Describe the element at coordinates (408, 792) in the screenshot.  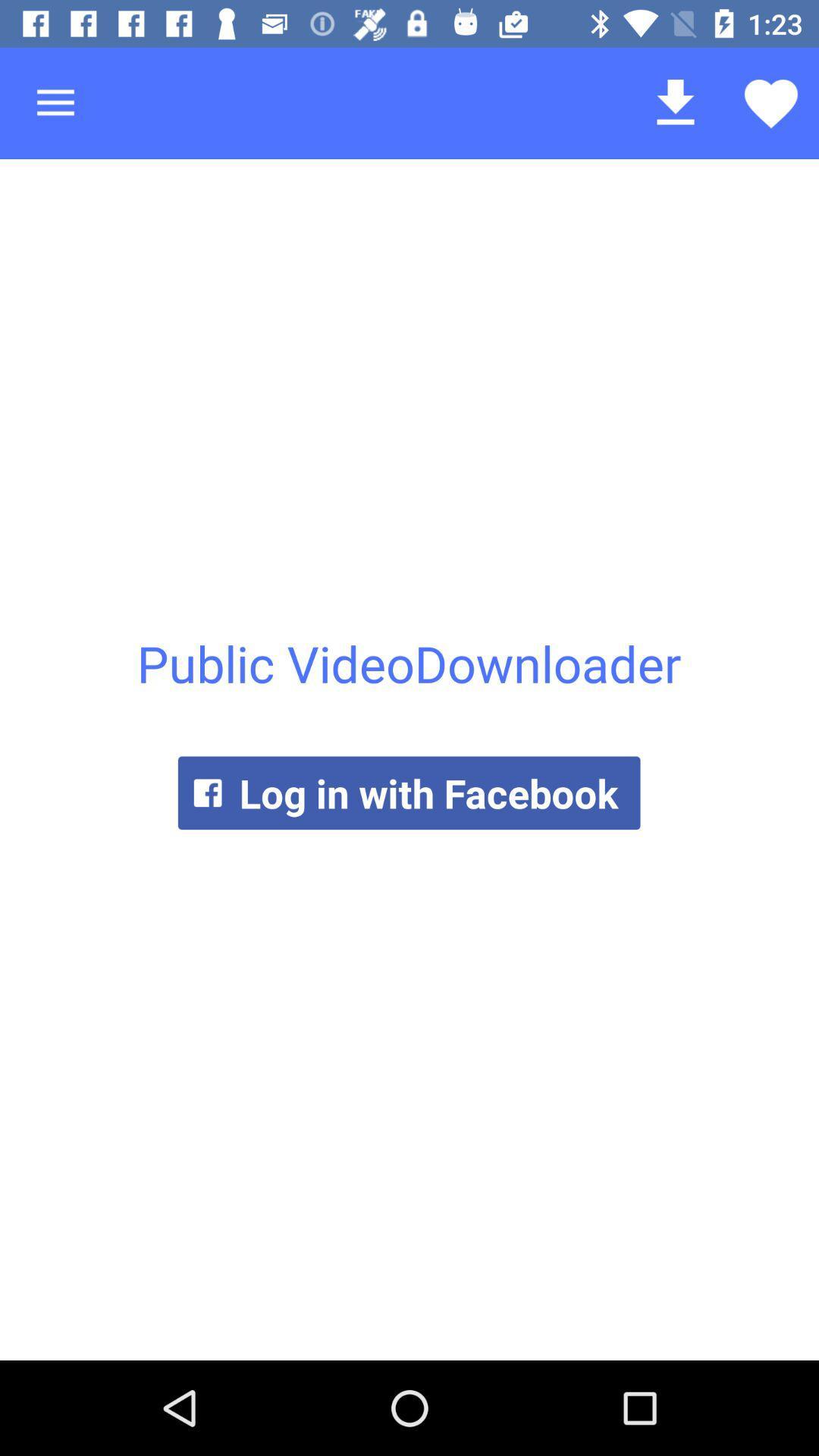
I see `the icon below the public videodownloader icon` at that location.